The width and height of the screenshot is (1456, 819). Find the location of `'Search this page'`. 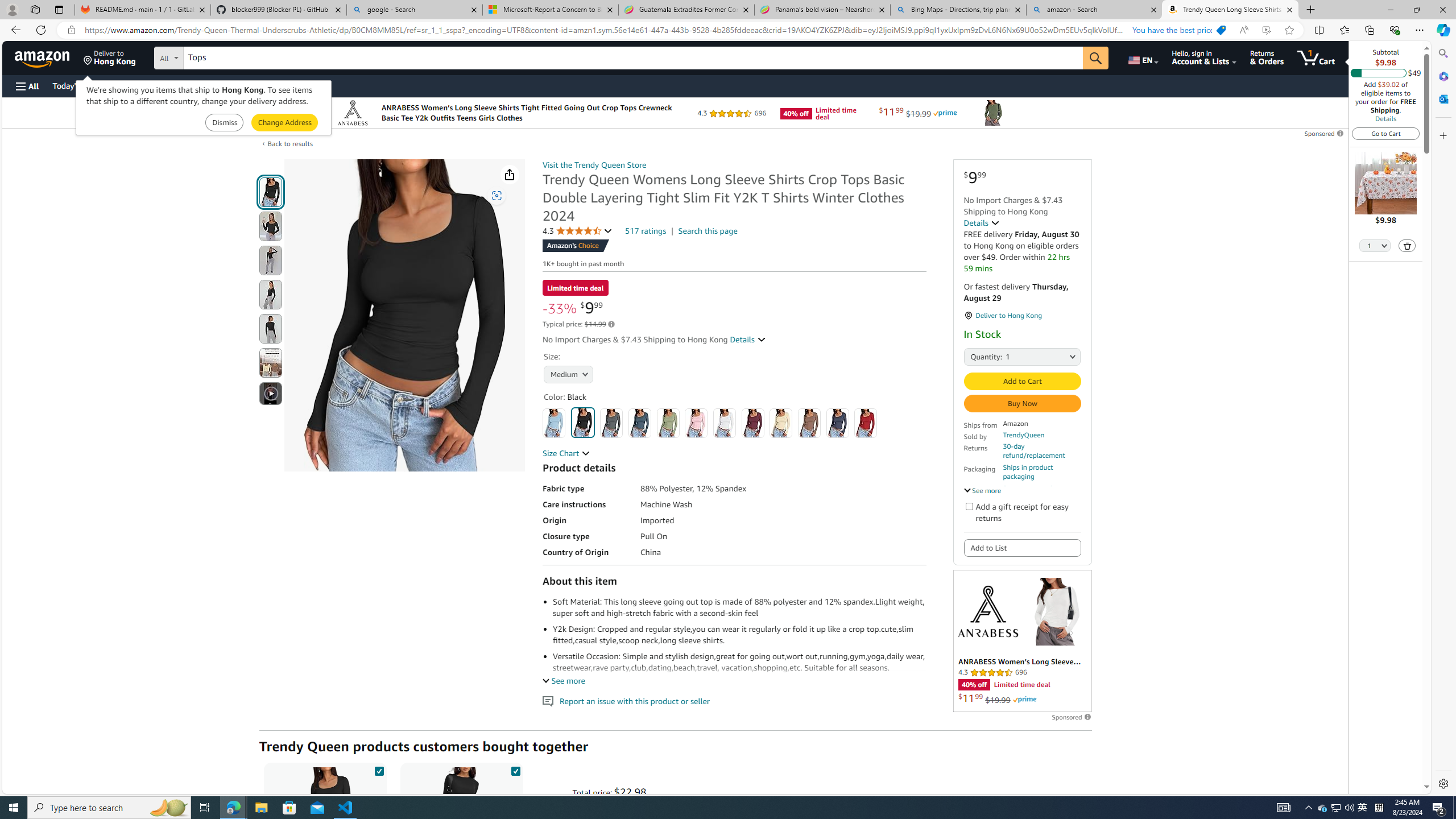

'Search this page' is located at coordinates (708, 230).